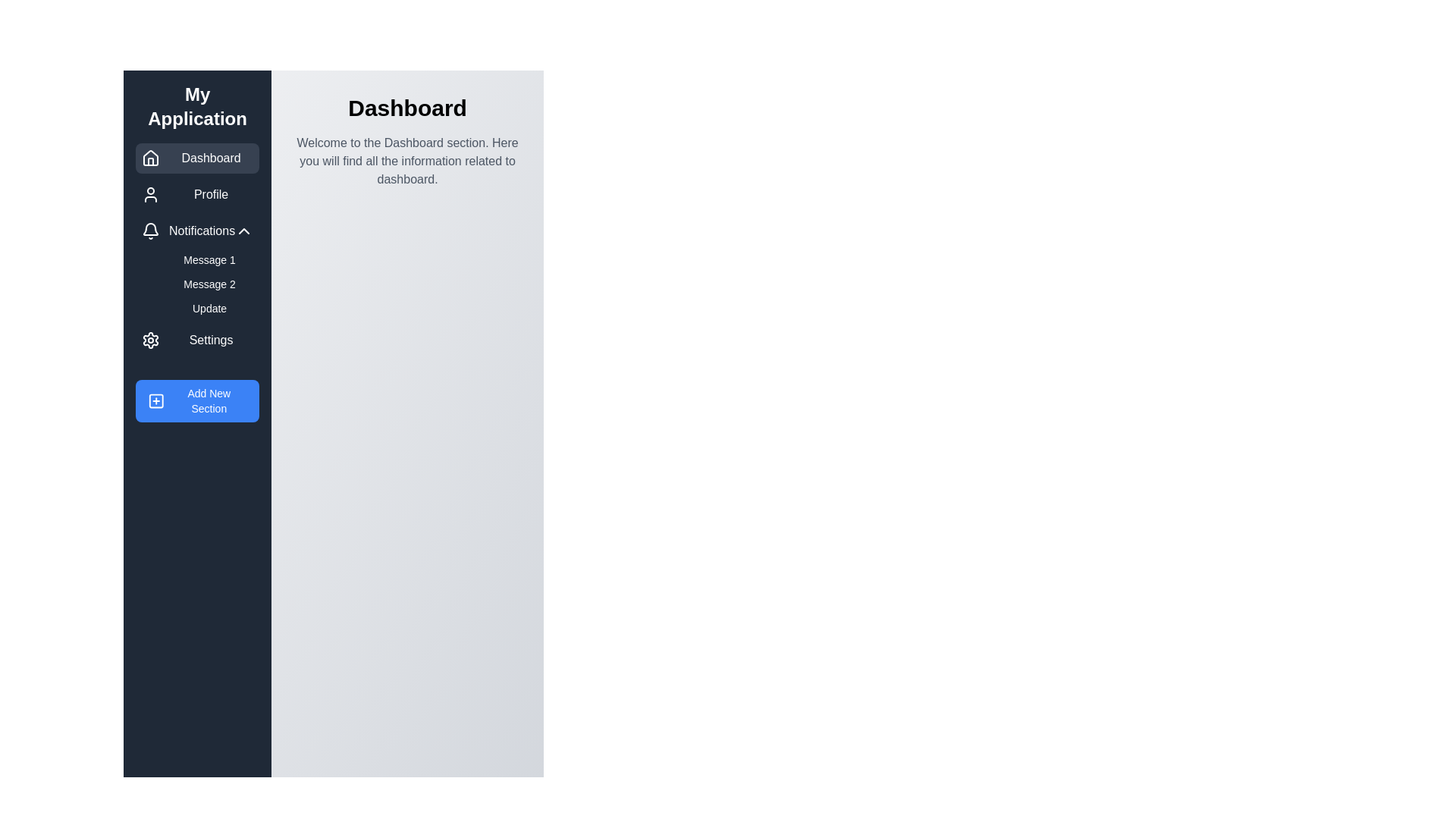 The width and height of the screenshot is (1456, 819). Describe the element at coordinates (196, 339) in the screenshot. I see `the 'Settings' navigation button, which includes a gear icon and white text, located at the bottom of the navigation bar` at that location.